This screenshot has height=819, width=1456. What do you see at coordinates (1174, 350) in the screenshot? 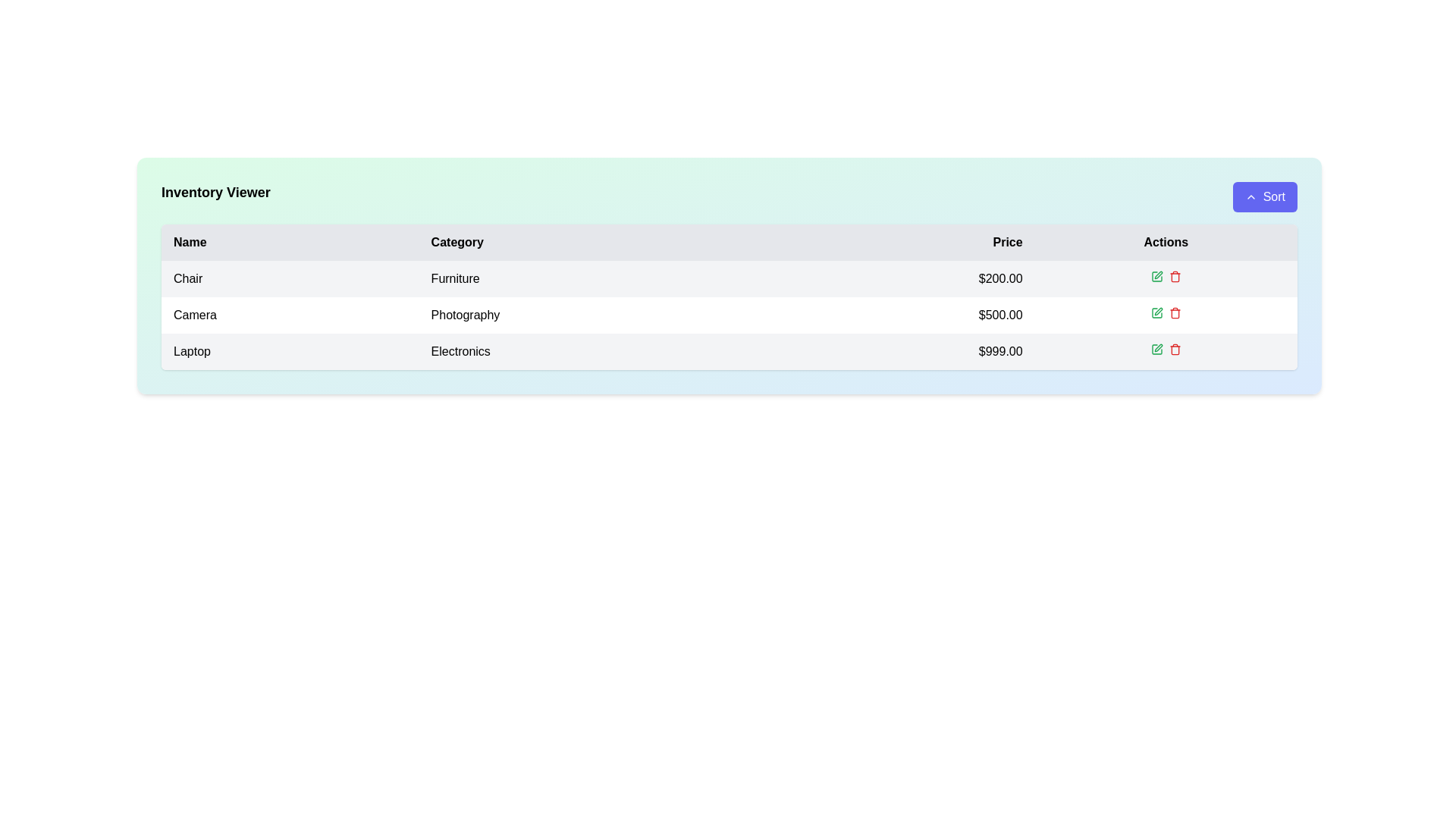
I see `the red trash icon button located` at bounding box center [1174, 350].